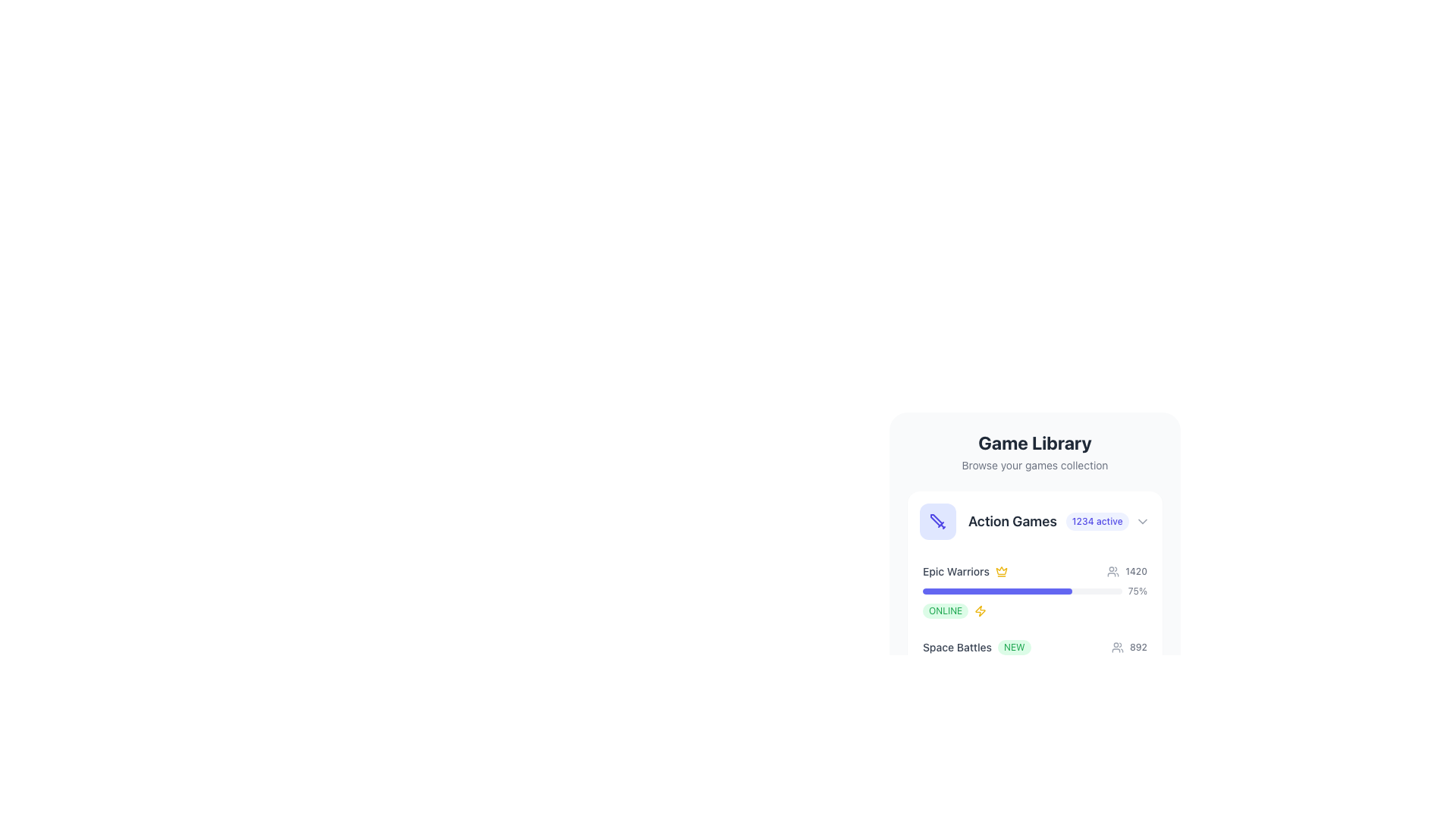 This screenshot has width=1456, height=819. I want to click on the progress level indicated by the horizontally oriented progress bar filled to 75% with an indigo color, alongside the text '75%', so click(1022, 590).